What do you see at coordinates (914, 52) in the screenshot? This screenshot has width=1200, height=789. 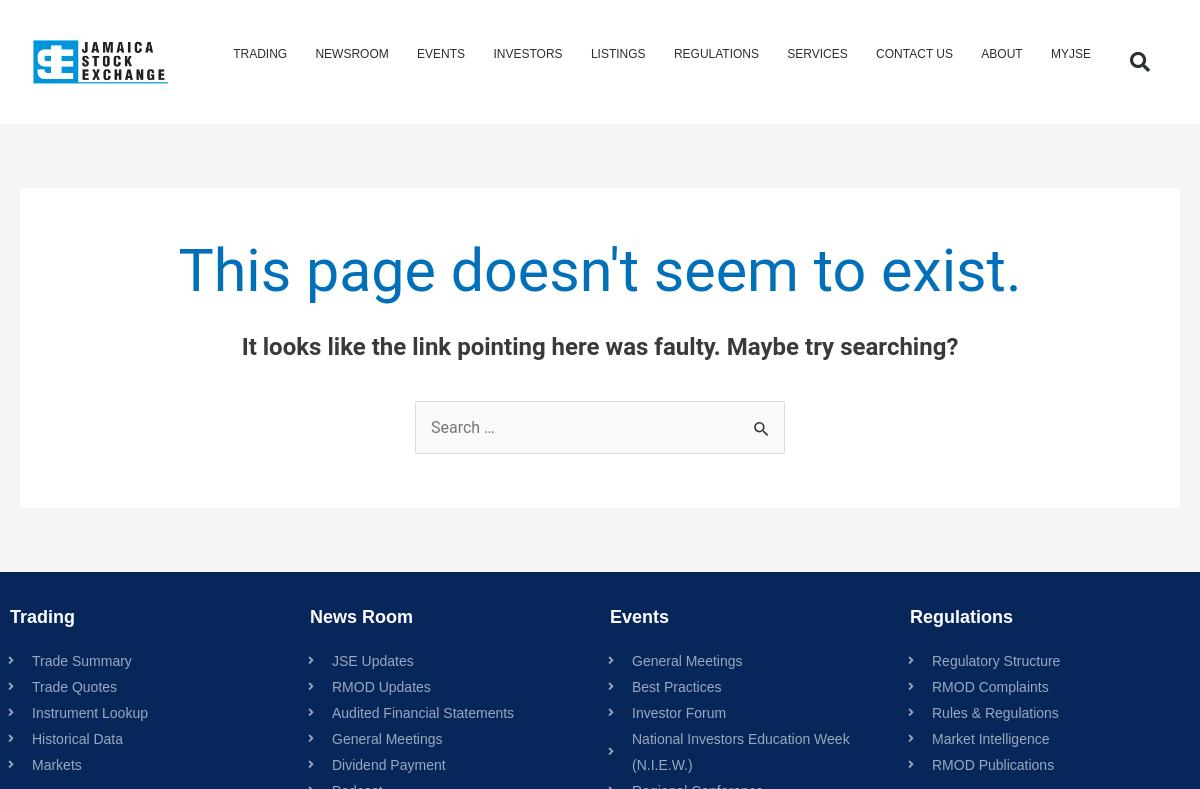 I see `'Contact Us'` at bounding box center [914, 52].